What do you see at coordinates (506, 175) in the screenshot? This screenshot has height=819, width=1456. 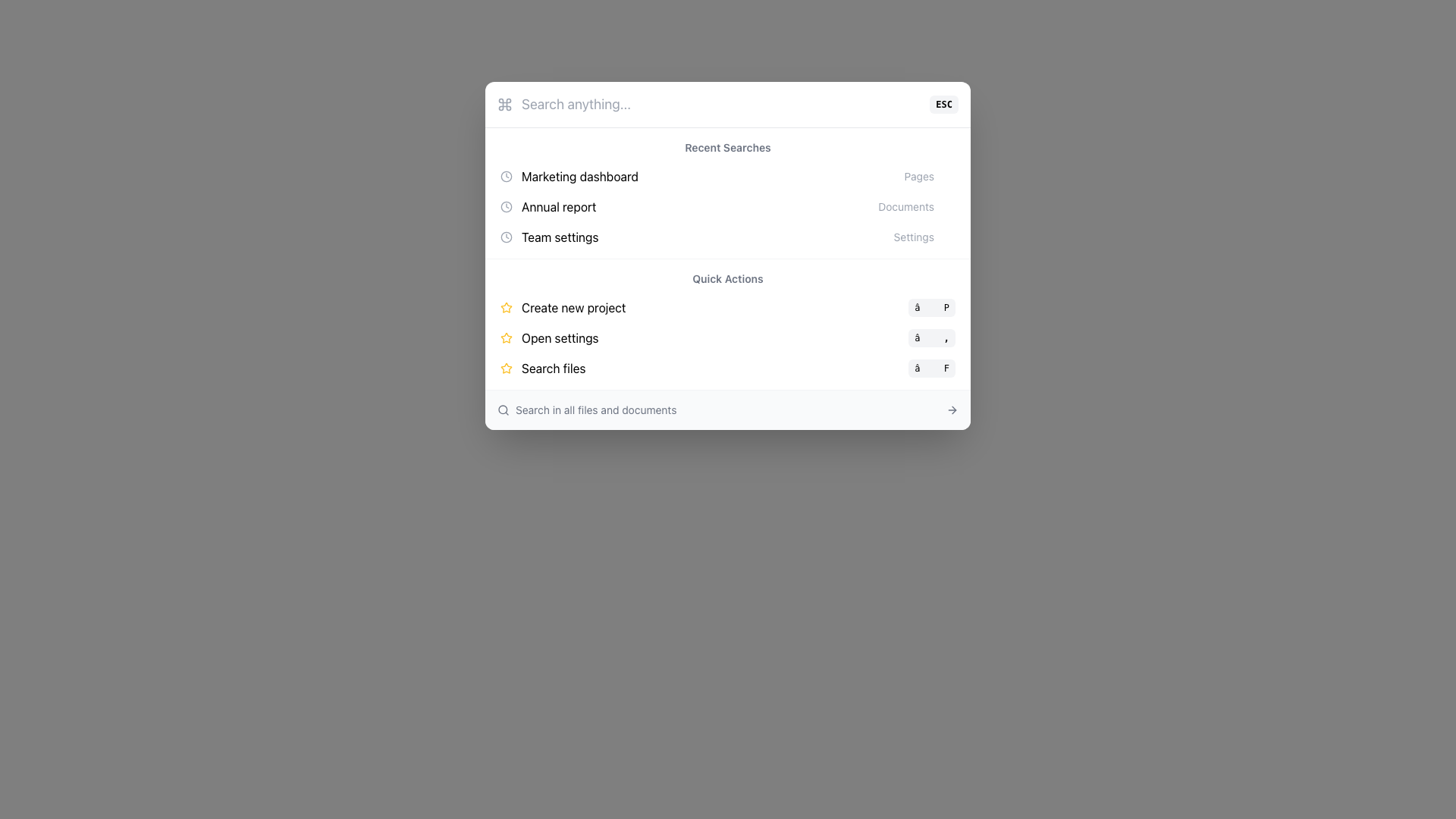 I see `the circular gray clock icon located at the leftmost part of the 'Marketing dashboard' row` at bounding box center [506, 175].